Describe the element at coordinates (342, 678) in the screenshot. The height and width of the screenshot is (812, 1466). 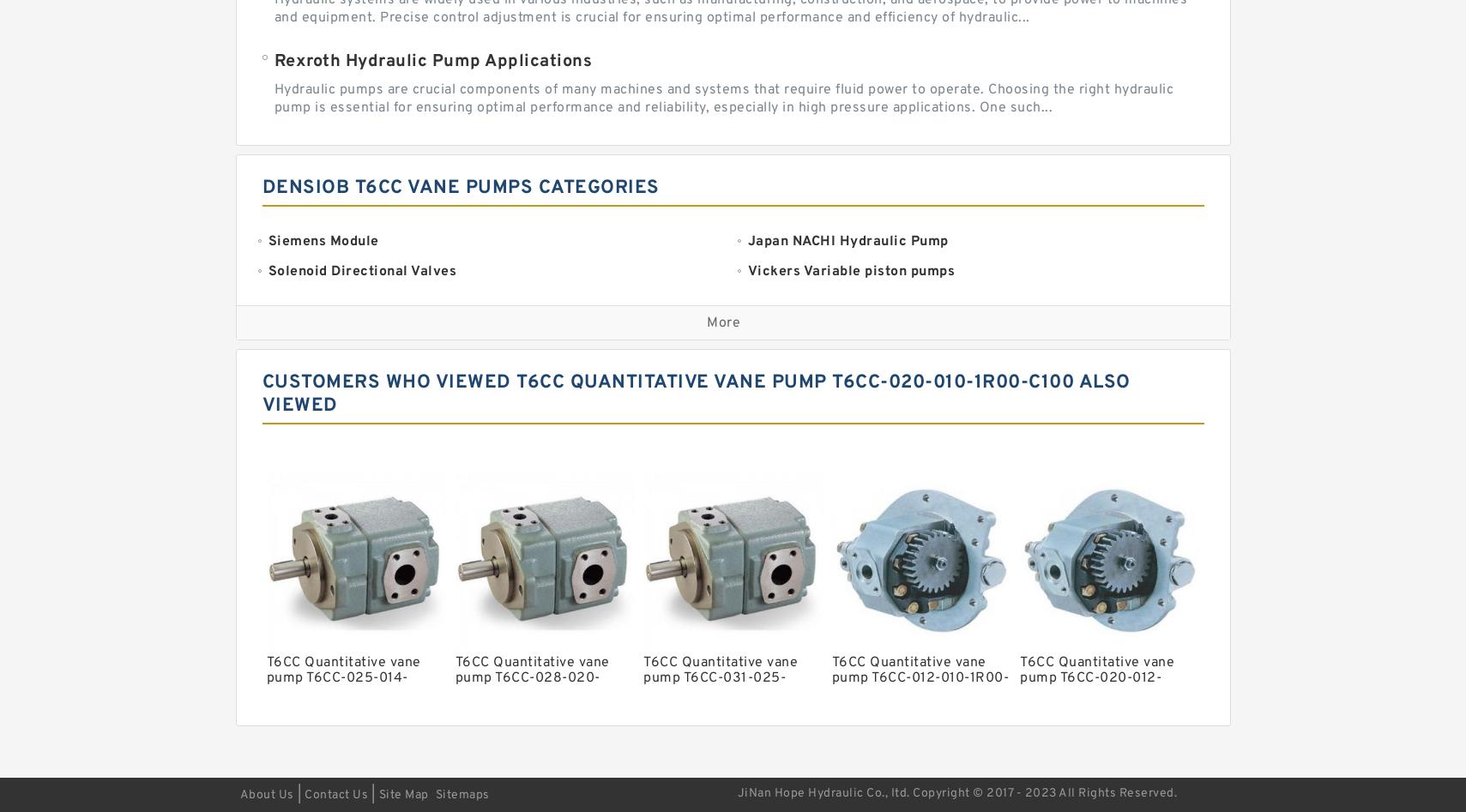
I see `'T6CC Quantitative vane pump T6CC-025-014-1R00-C100'` at that location.